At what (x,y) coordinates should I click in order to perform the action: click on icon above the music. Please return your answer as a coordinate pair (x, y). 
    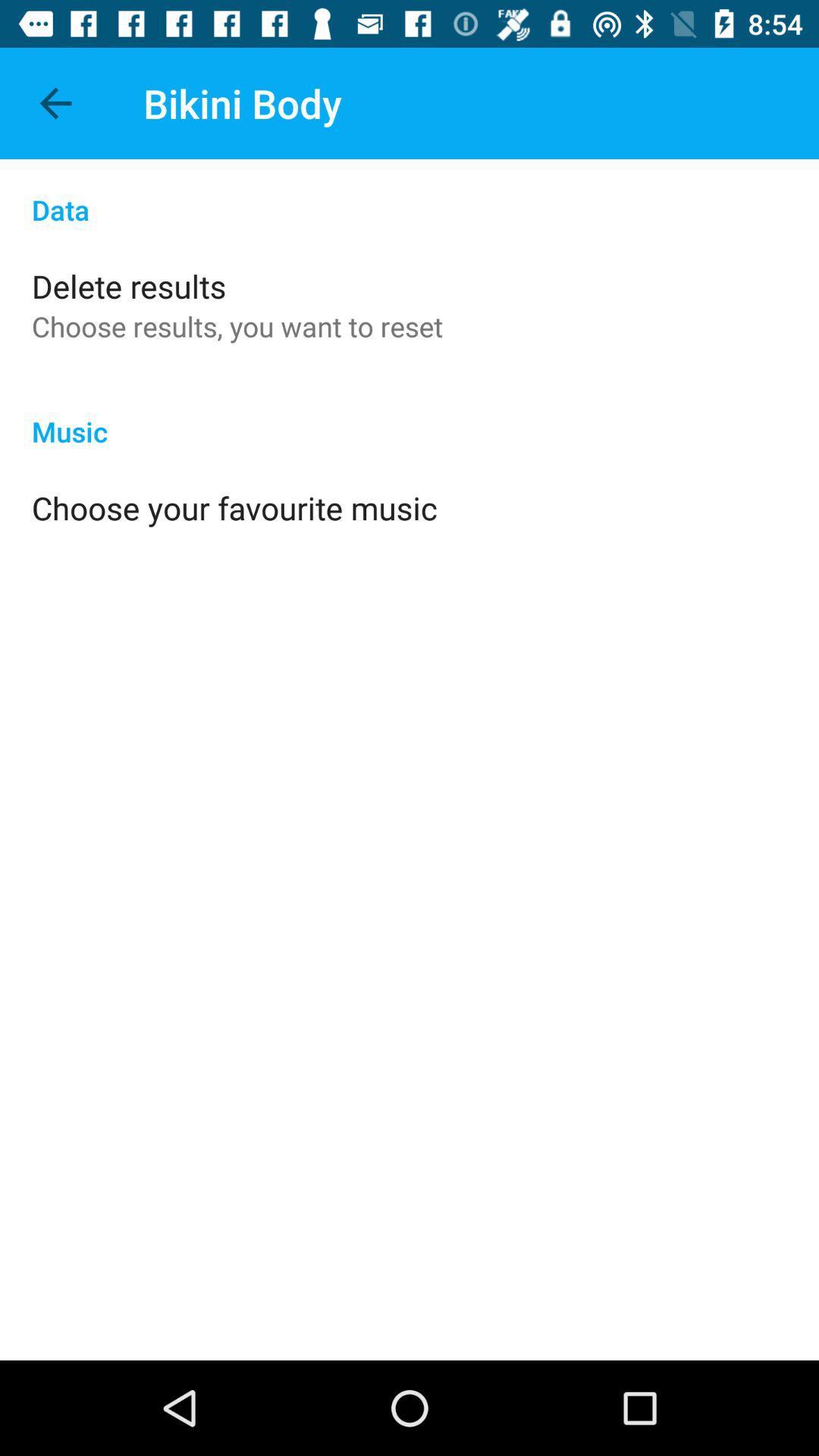
    Looking at the image, I should click on (237, 325).